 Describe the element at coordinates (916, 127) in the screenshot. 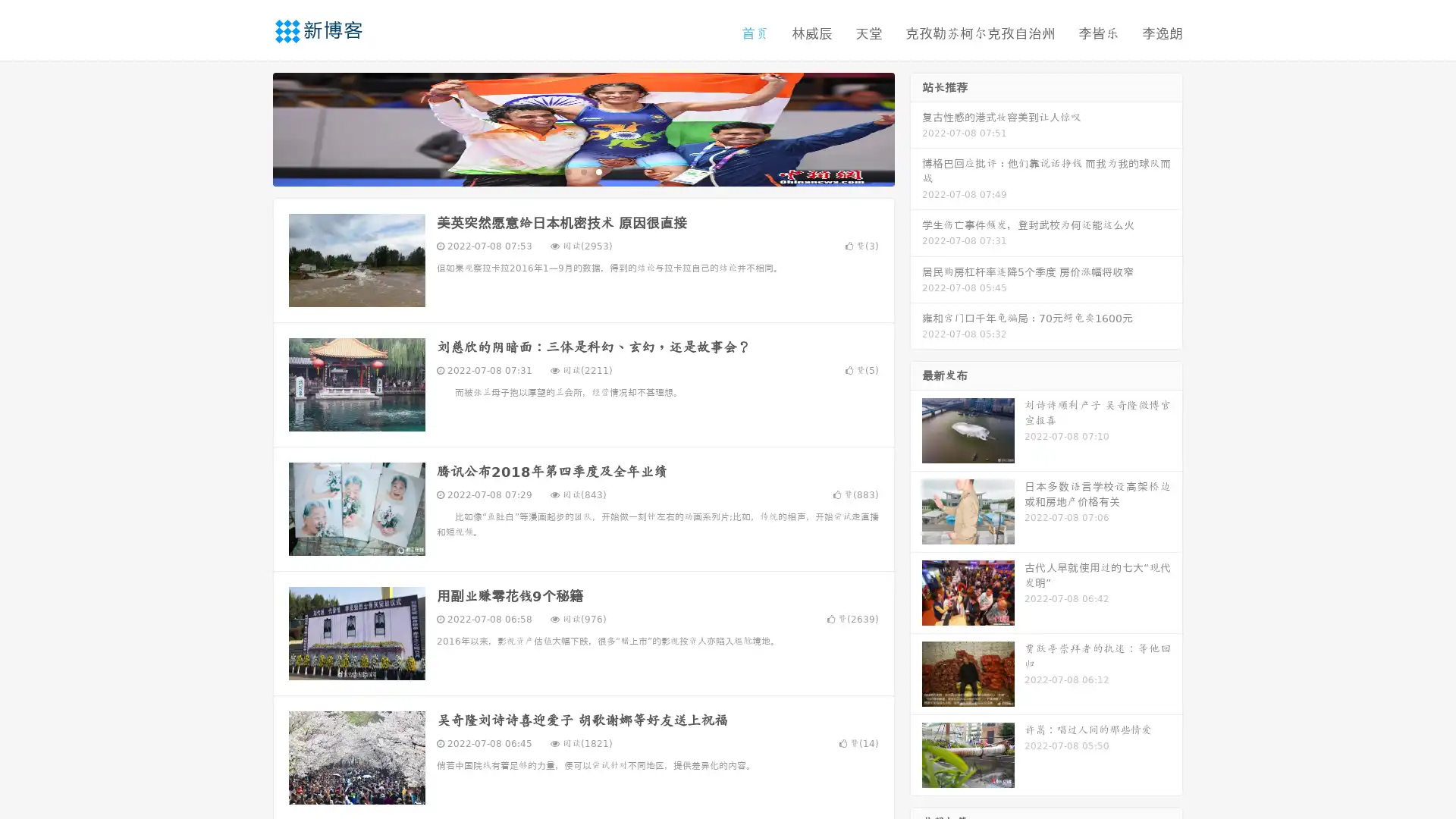

I see `Next slide` at that location.